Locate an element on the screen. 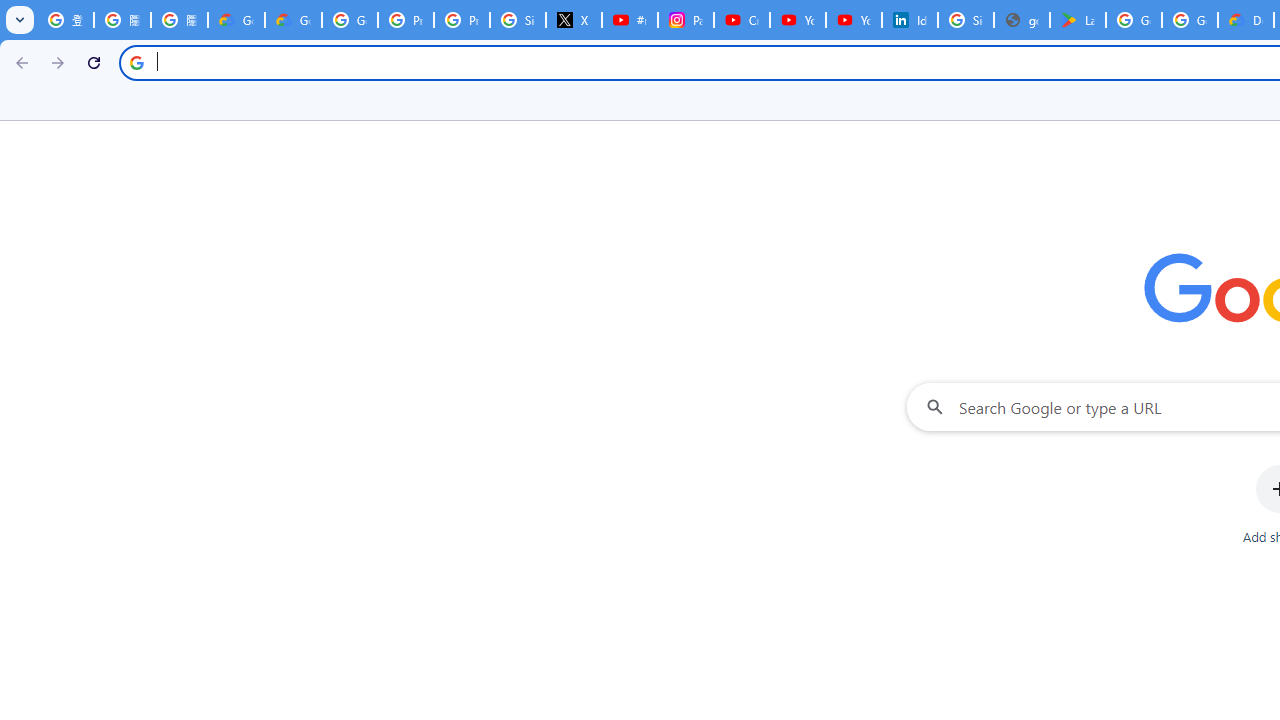  'Privacy Help Center - Policies Help' is located at coordinates (404, 20).